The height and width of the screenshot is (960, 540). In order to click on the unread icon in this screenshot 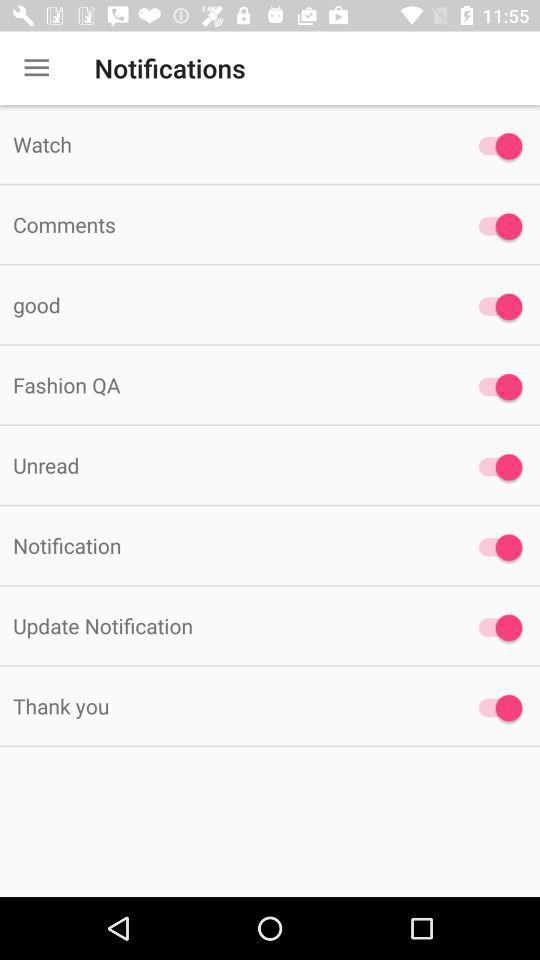, I will do `click(224, 465)`.